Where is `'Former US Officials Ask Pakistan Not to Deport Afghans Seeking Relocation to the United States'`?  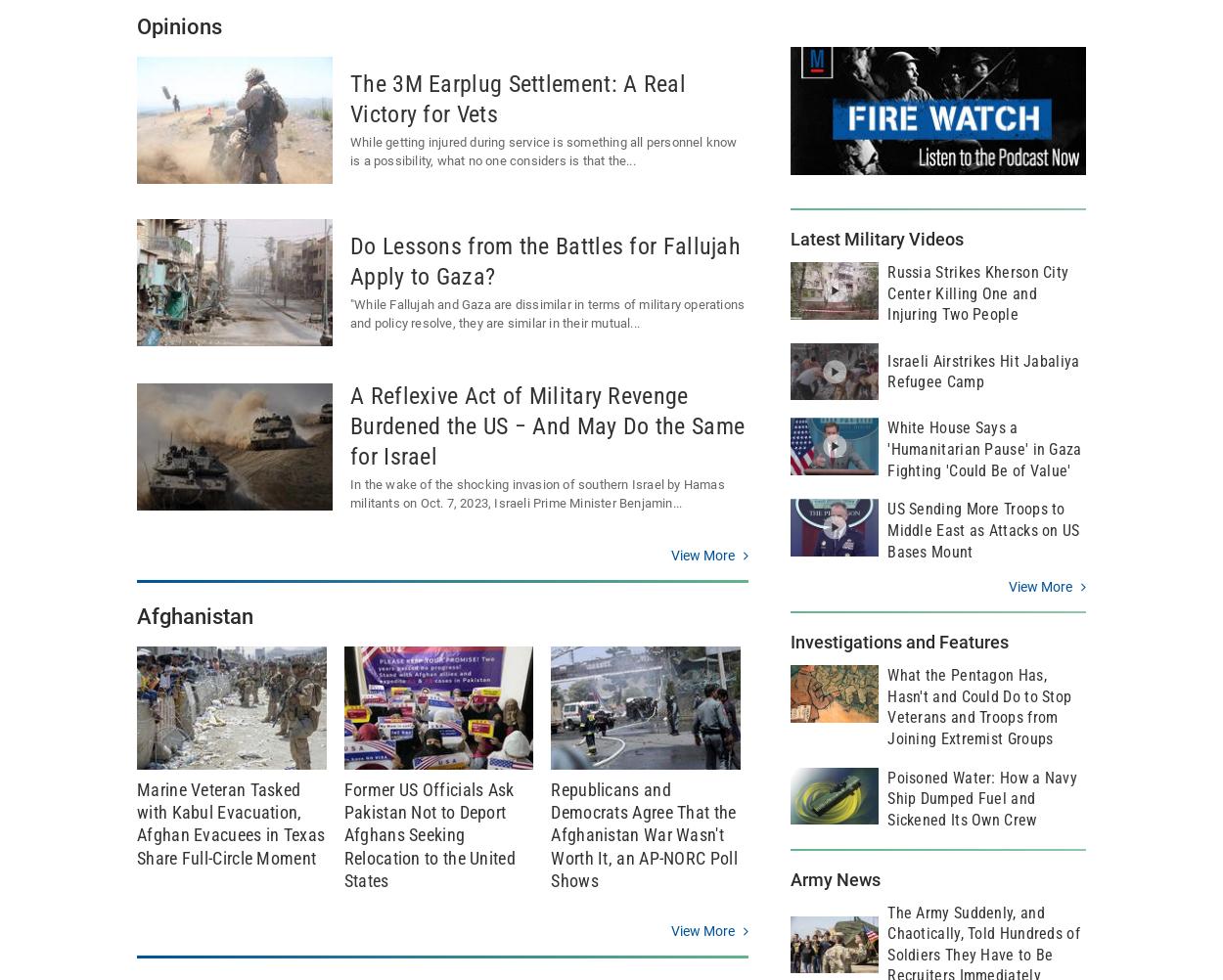 'Former US Officials Ask Pakistan Not to Deport Afghans Seeking Relocation to the United States' is located at coordinates (429, 834).